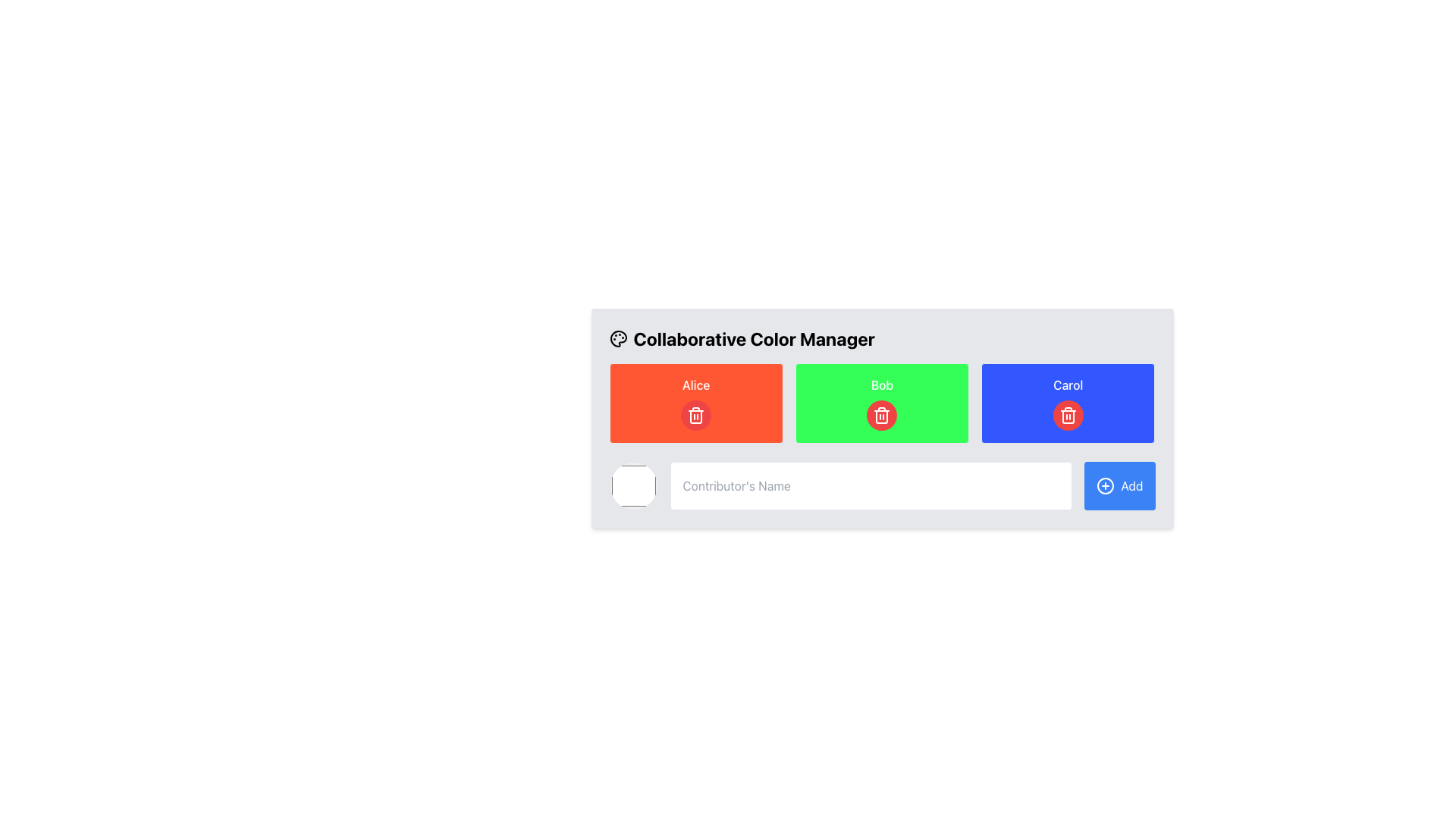 This screenshot has height=819, width=1456. What do you see at coordinates (882, 415) in the screenshot?
I see `the circular delete button located within the green rectangular card labeled 'Bob'` at bounding box center [882, 415].